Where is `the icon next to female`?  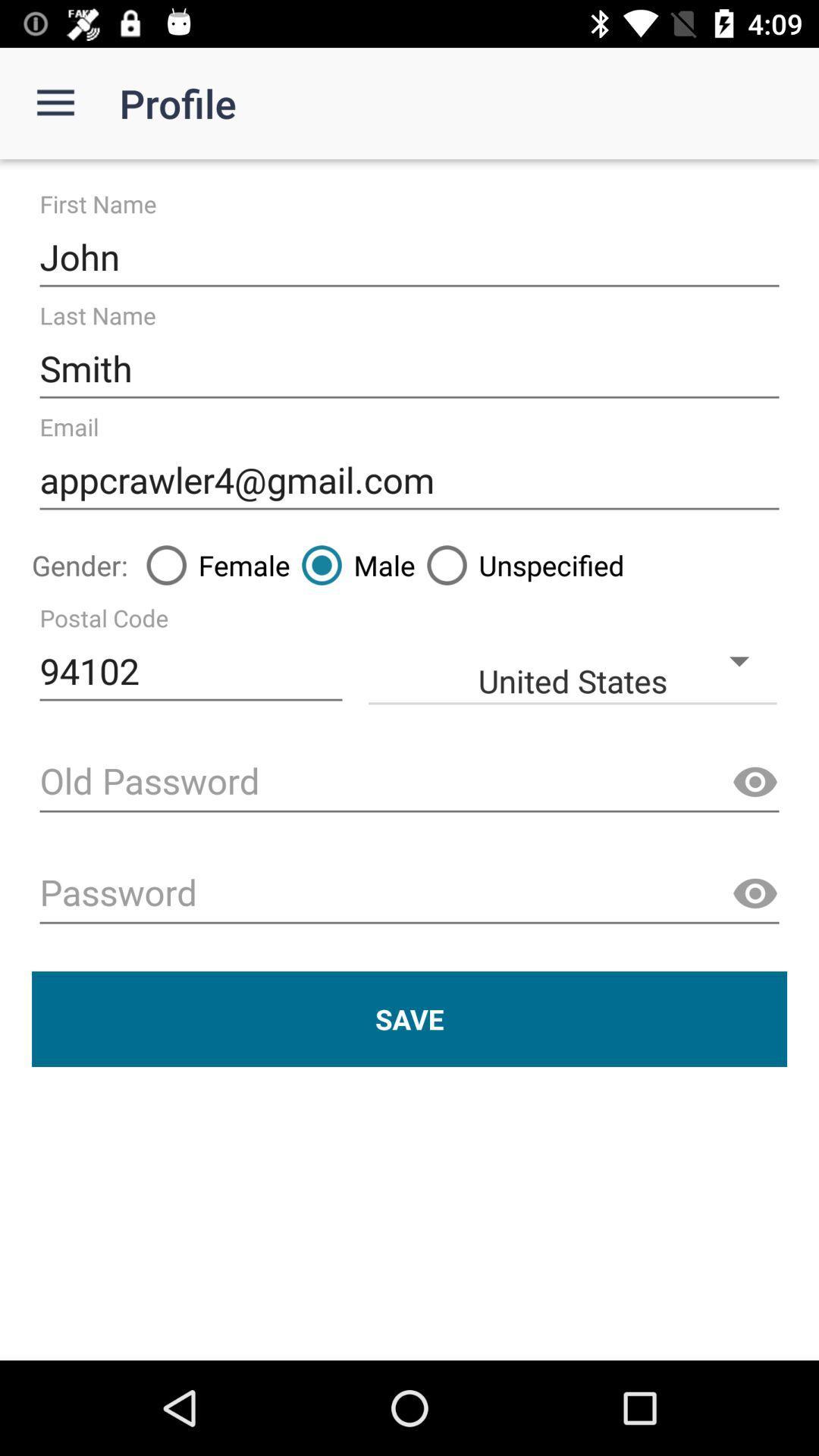
the icon next to female is located at coordinates (353, 564).